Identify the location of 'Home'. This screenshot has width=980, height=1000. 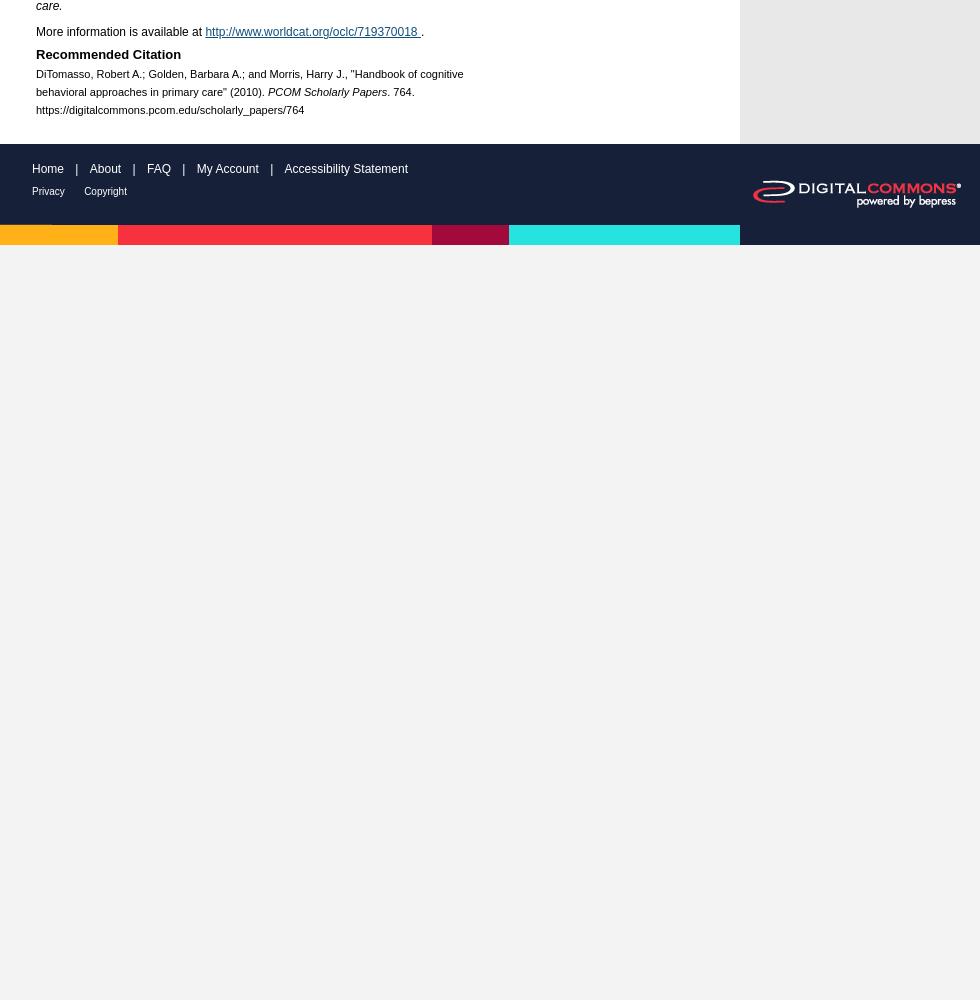
(32, 168).